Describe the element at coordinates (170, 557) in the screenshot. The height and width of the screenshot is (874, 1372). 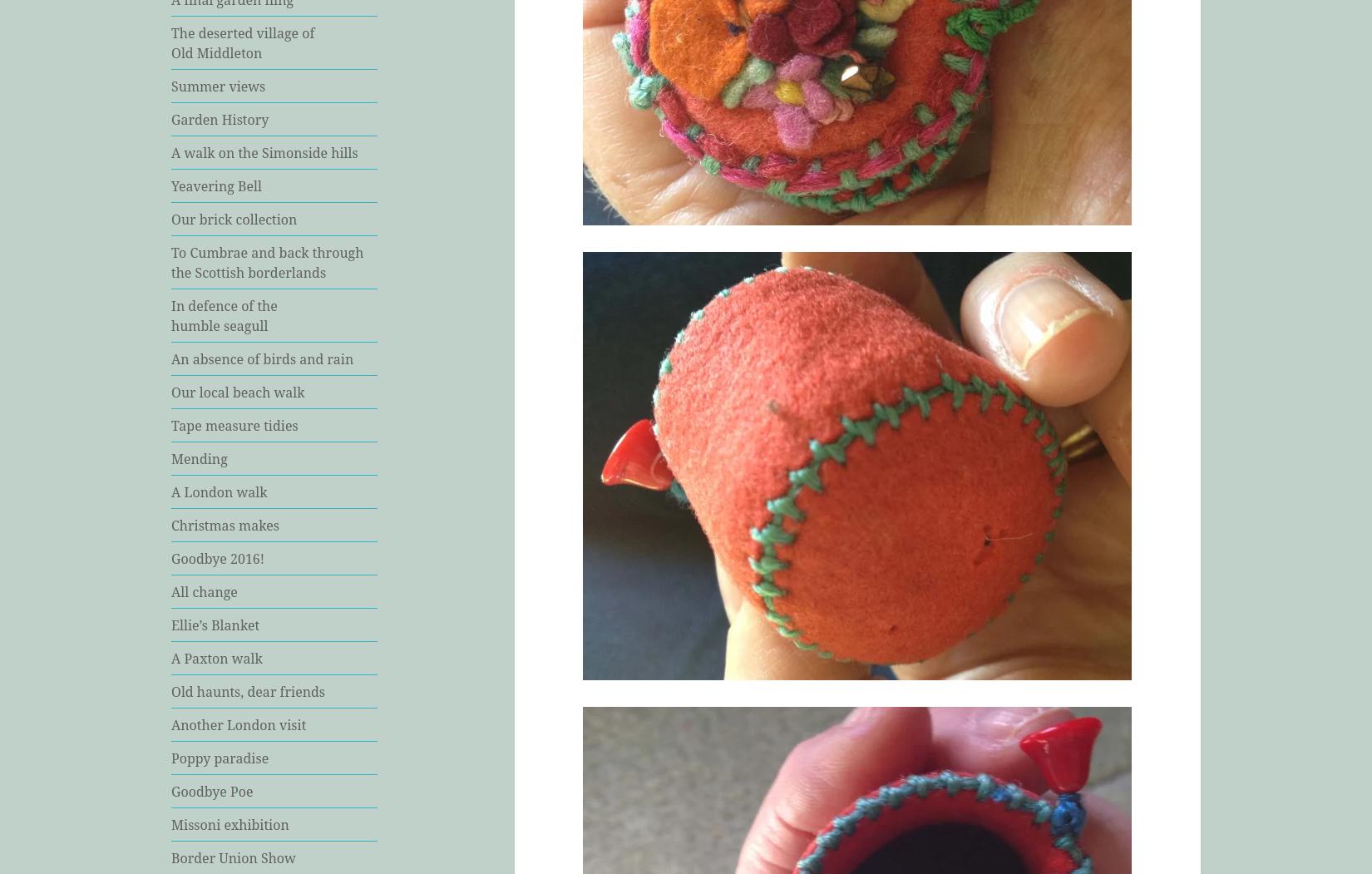
I see `'Goodbye 2016!'` at that location.